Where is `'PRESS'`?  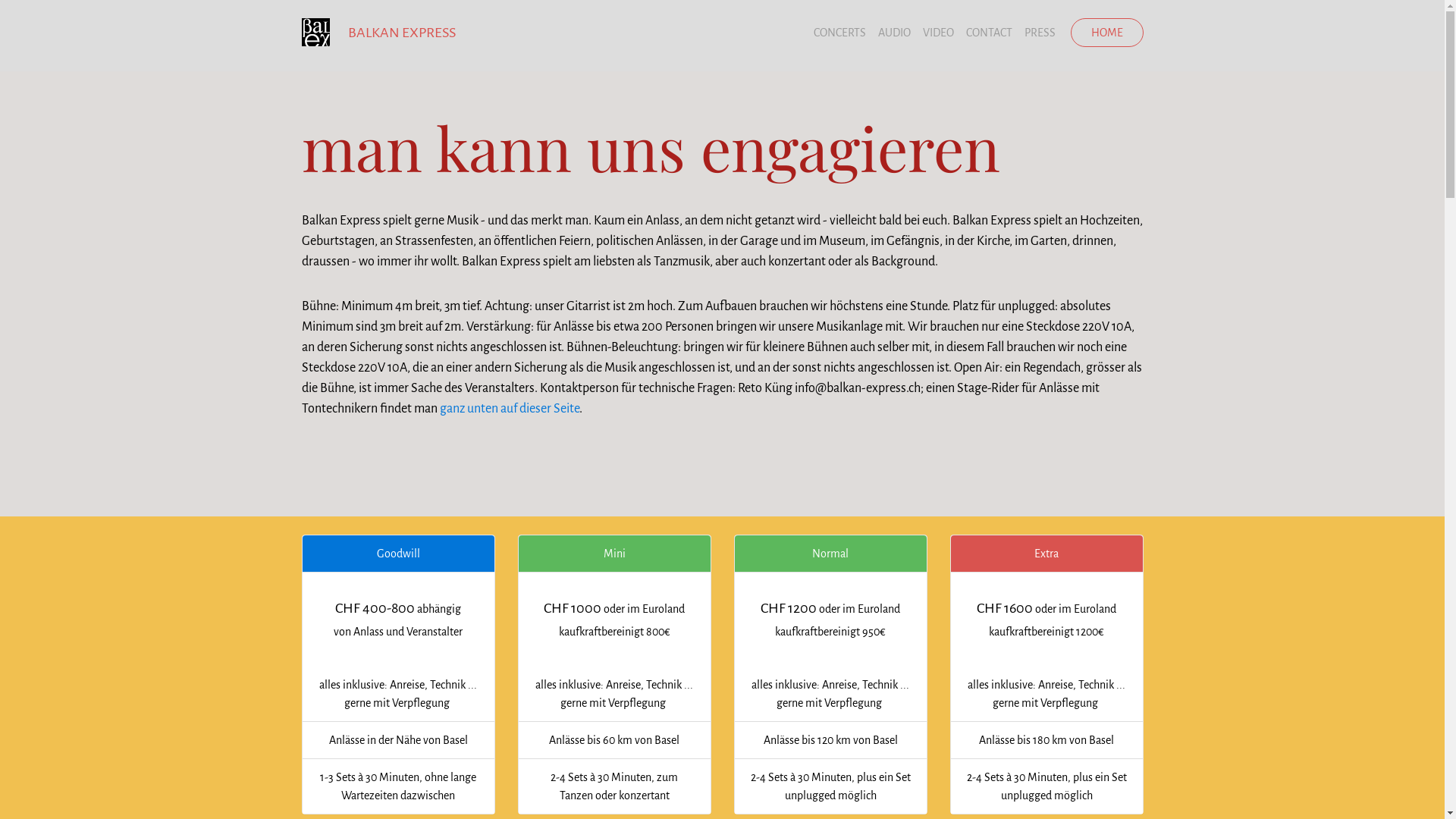
'PRESS' is located at coordinates (1039, 32).